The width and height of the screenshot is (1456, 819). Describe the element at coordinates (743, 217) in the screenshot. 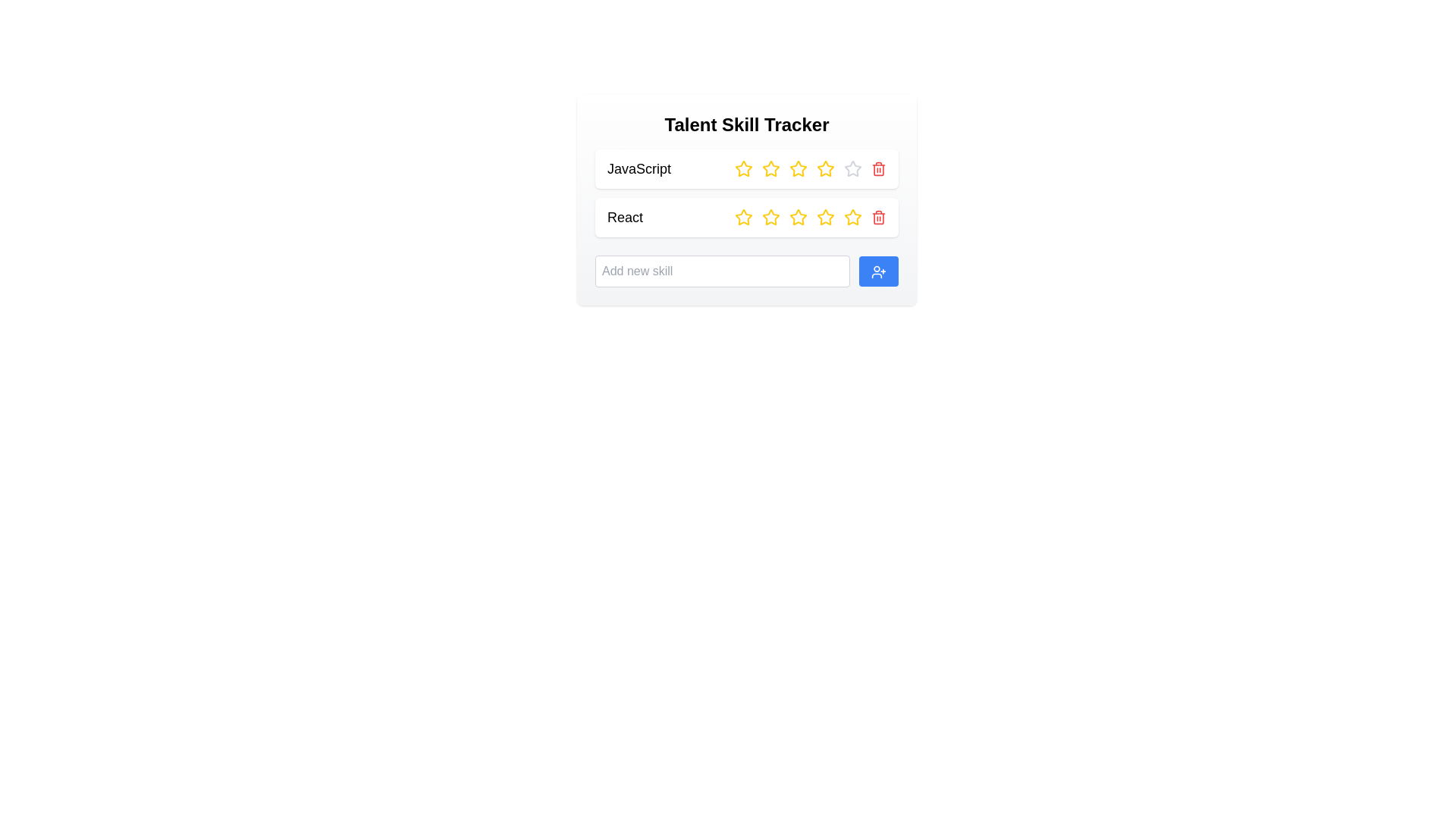

I see `the first star icon representing the 'React' skill rating` at that location.